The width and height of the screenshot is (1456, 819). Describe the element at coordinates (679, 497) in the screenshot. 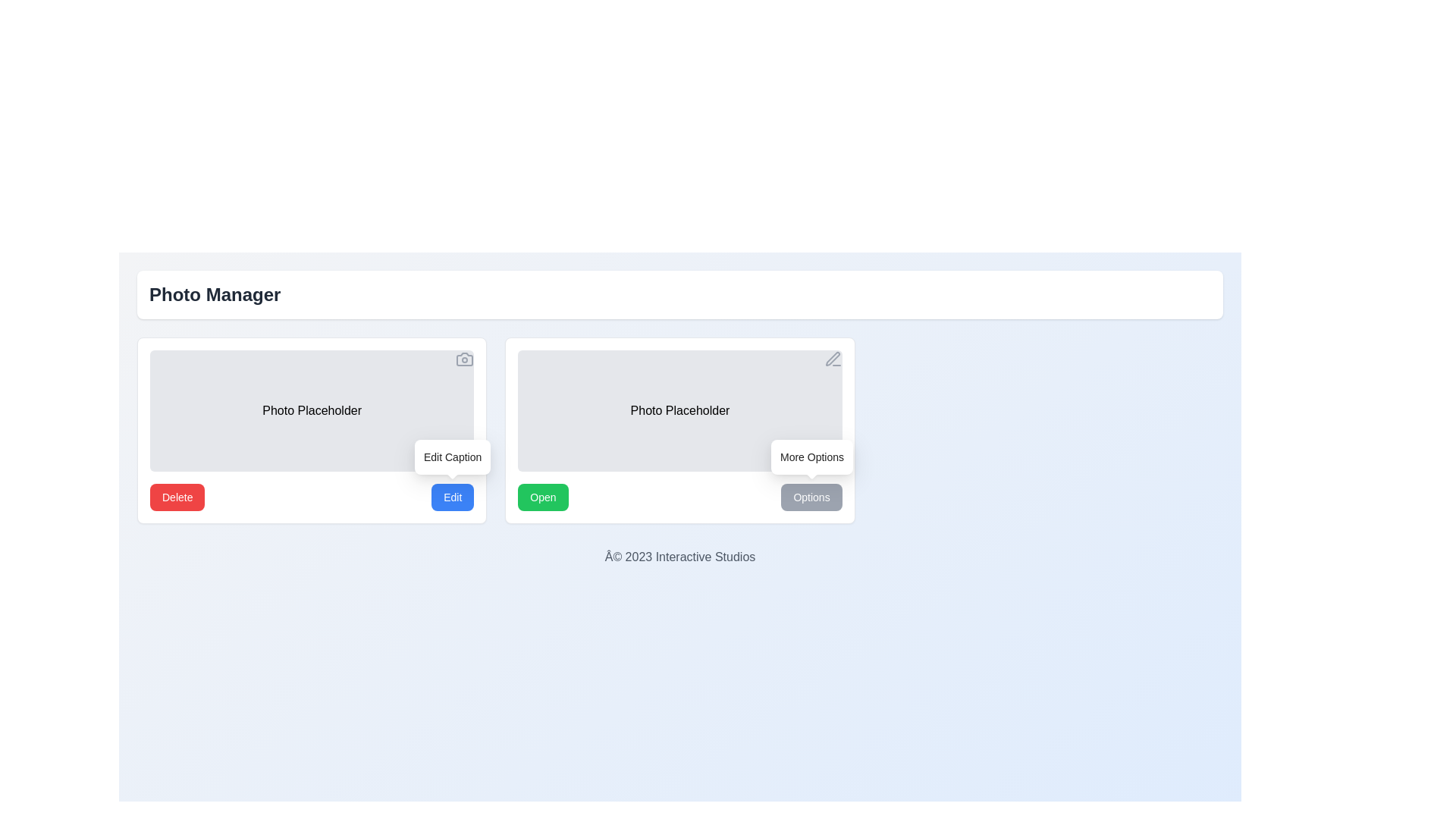

I see `the 'Open' or 'Options' button in the Navigation bar related to the 'Photo Placeholder'` at that location.